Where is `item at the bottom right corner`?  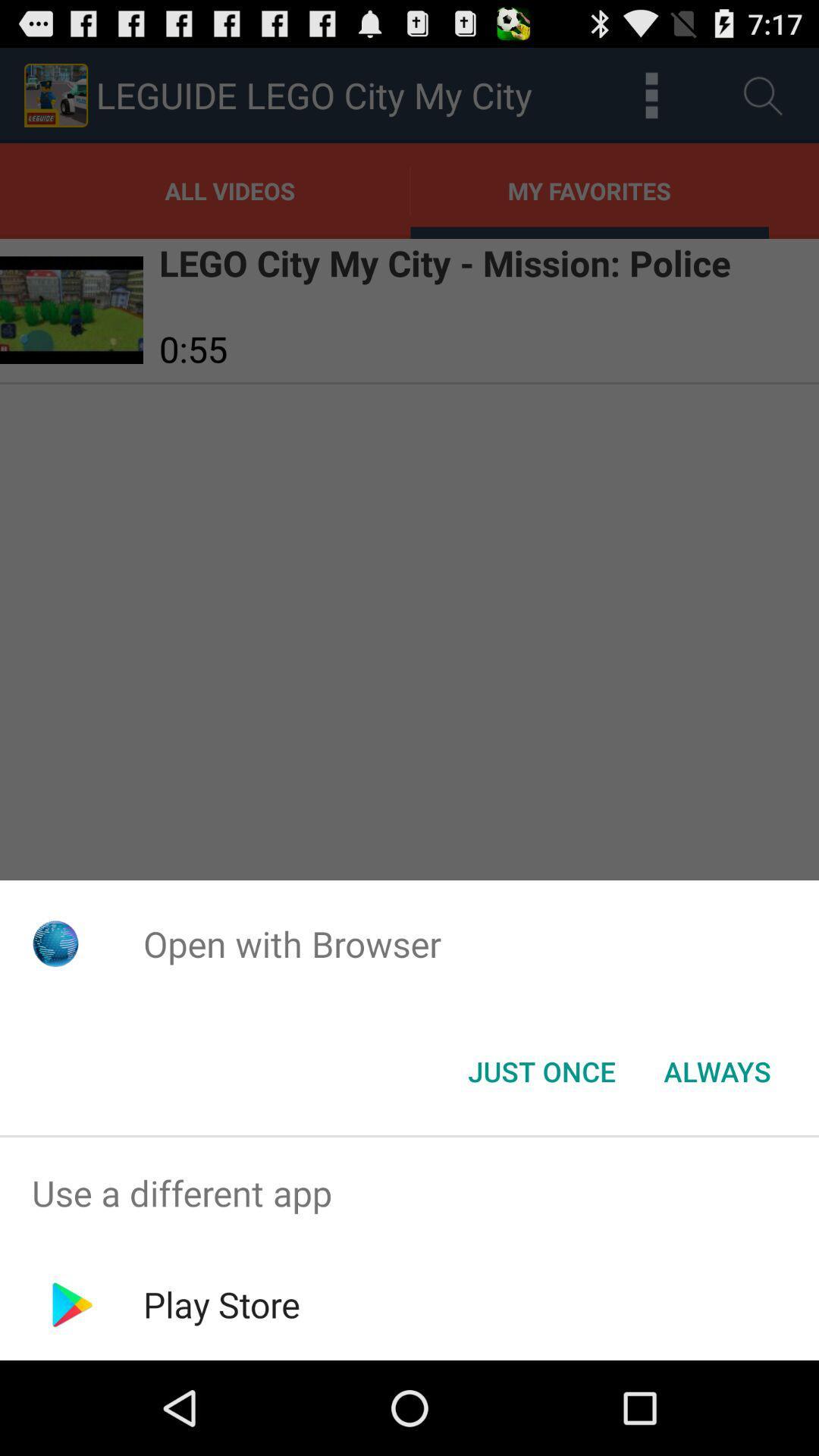 item at the bottom right corner is located at coordinates (717, 1070).